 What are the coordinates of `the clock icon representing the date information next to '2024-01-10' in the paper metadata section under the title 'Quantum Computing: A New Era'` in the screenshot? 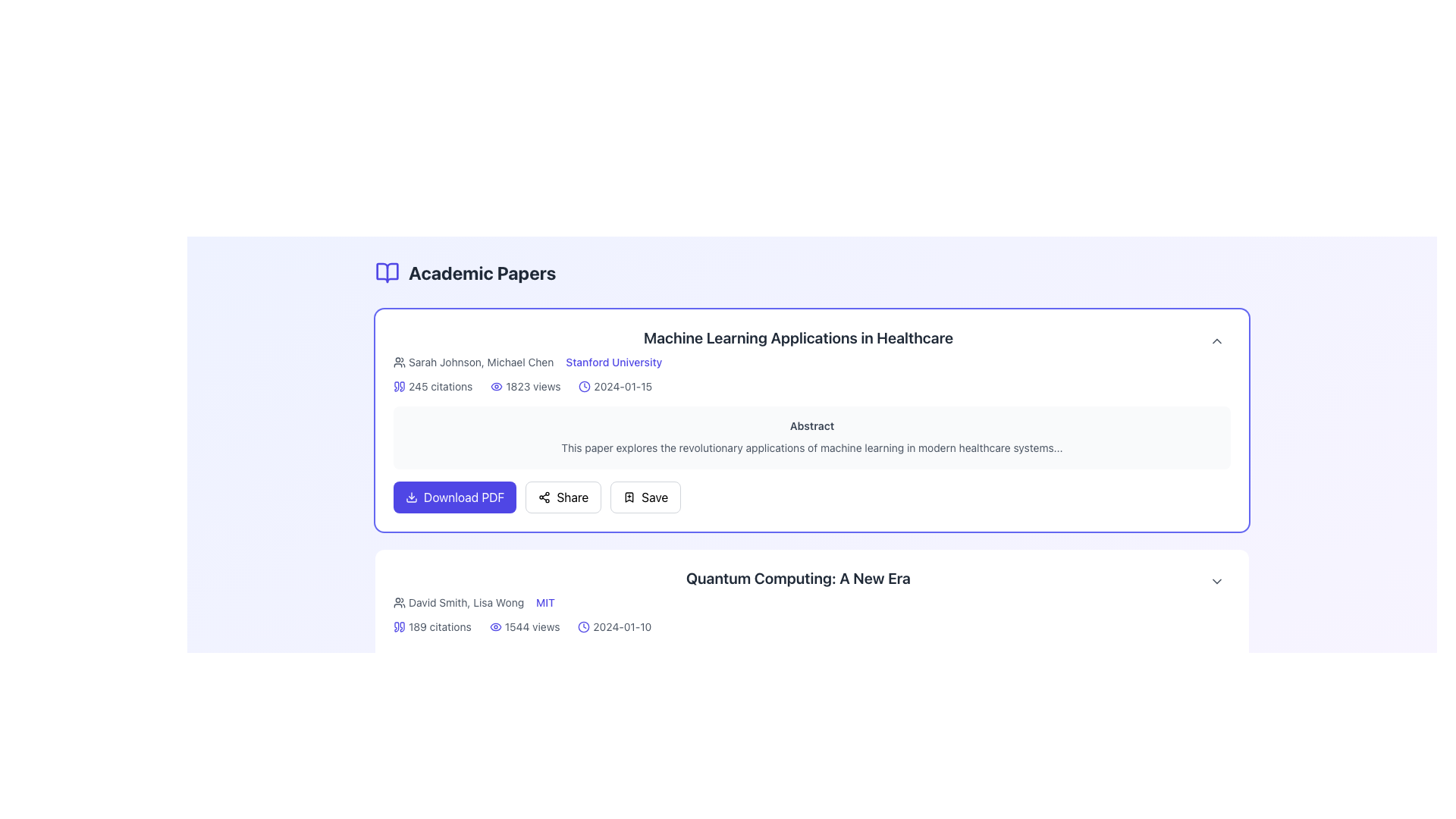 It's located at (583, 626).